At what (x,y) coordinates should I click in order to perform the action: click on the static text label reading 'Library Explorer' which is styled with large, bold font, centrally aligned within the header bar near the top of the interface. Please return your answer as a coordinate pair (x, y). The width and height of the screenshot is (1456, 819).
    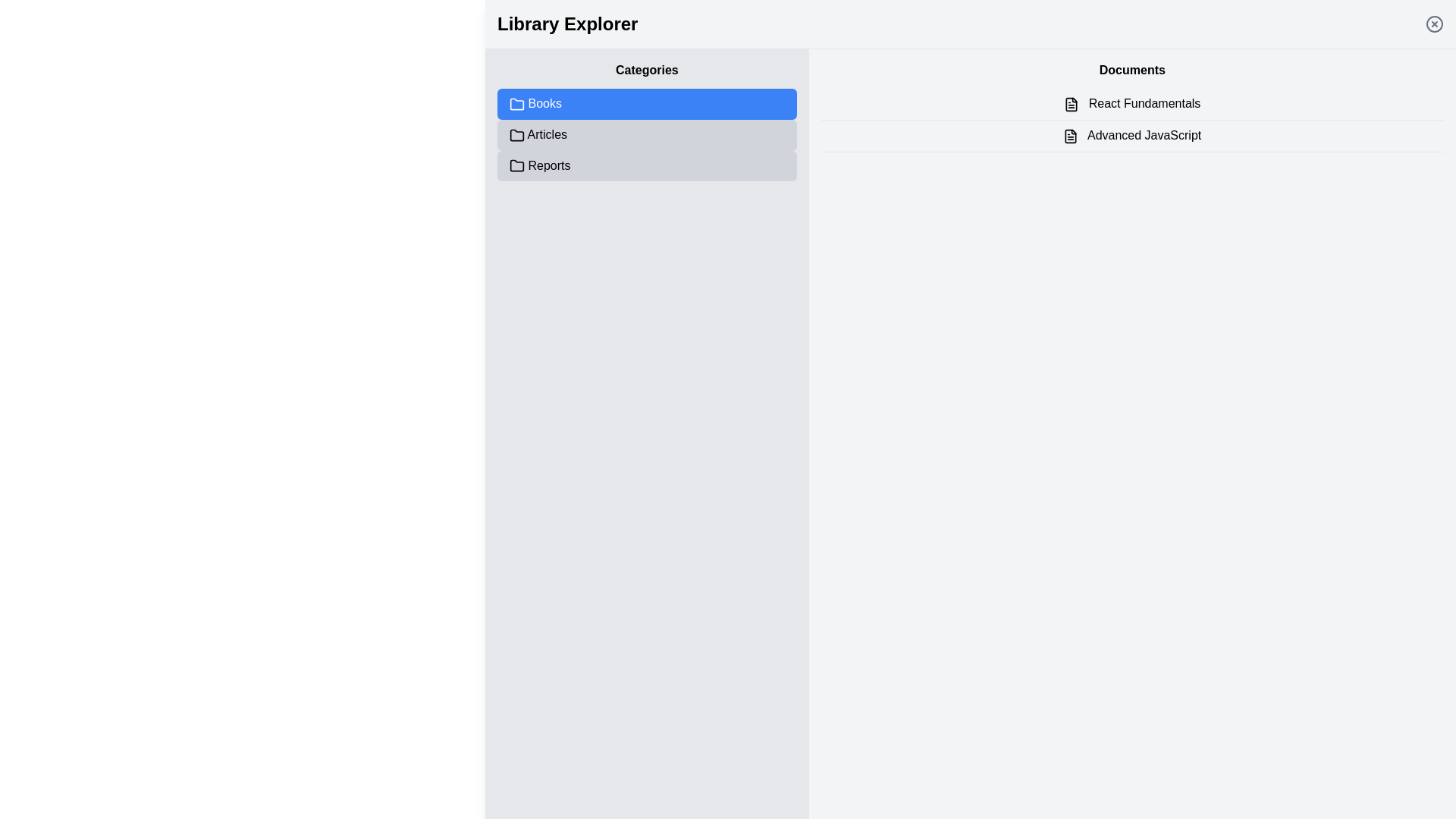
    Looking at the image, I should click on (566, 24).